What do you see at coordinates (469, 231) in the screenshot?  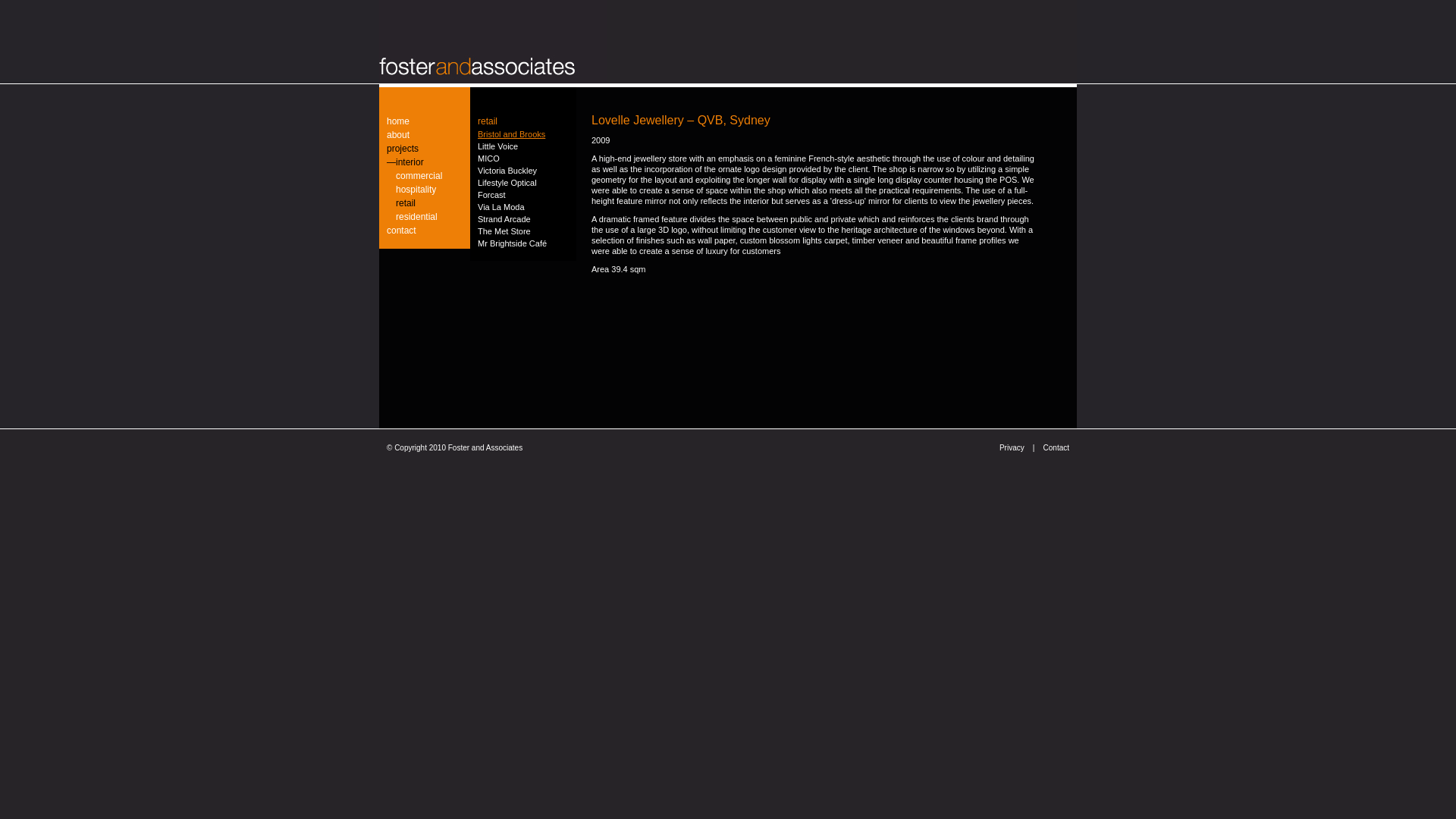 I see `'The Met Store'` at bounding box center [469, 231].